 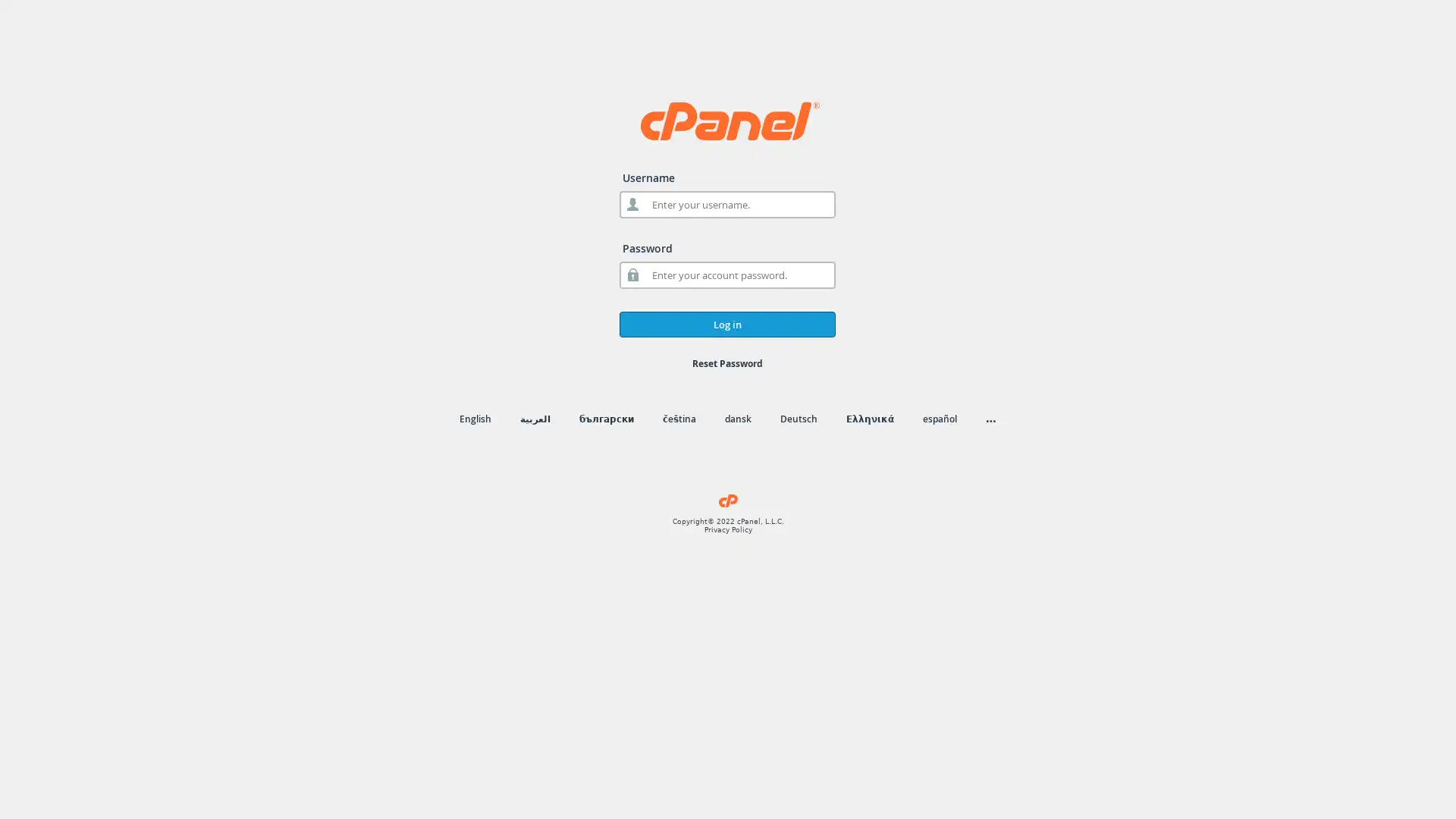 I want to click on Log in, so click(x=726, y=324).